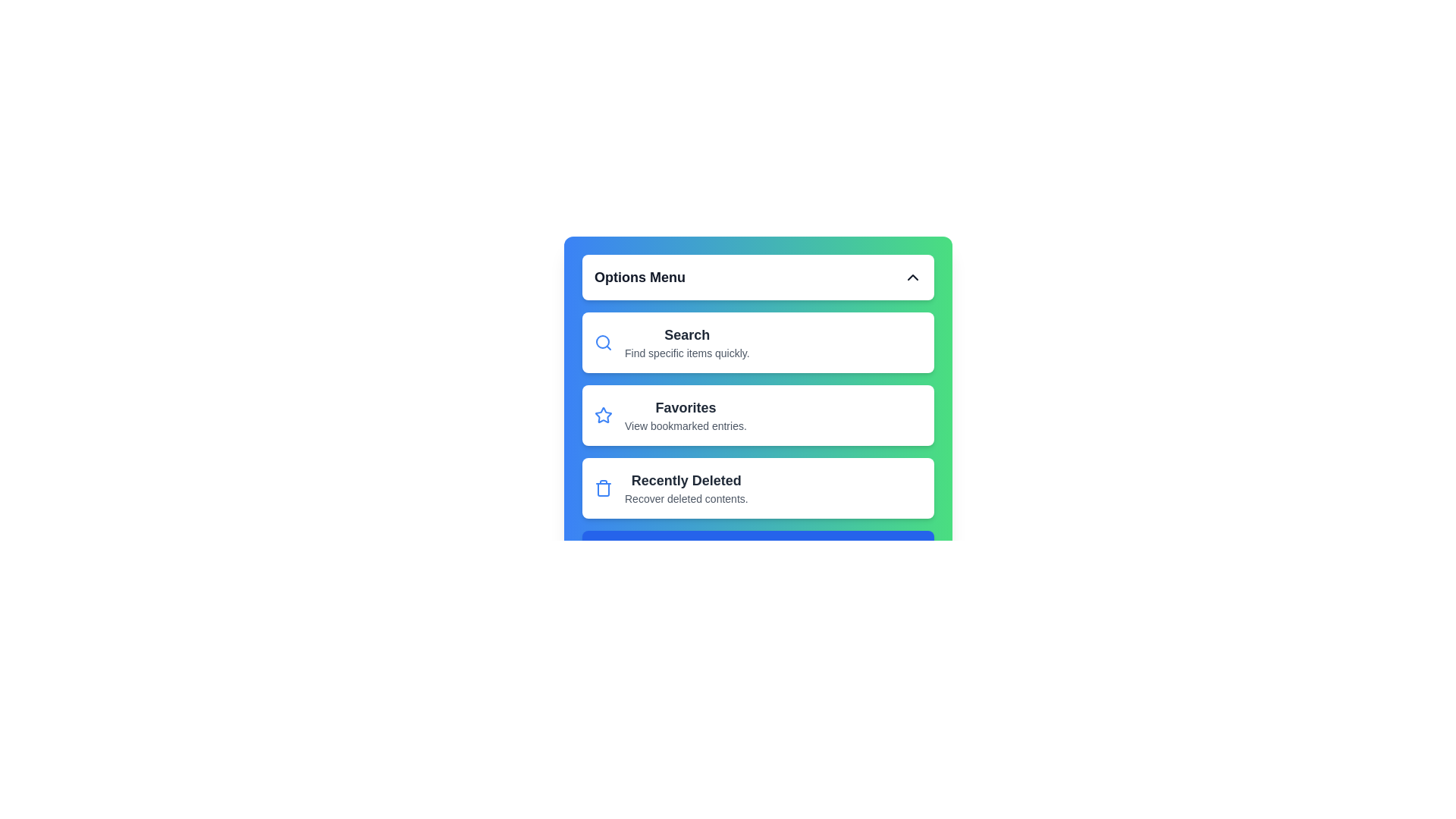 This screenshot has width=1456, height=819. What do you see at coordinates (685, 426) in the screenshot?
I see `the text label displaying 'View bookmarked entries.'` at bounding box center [685, 426].